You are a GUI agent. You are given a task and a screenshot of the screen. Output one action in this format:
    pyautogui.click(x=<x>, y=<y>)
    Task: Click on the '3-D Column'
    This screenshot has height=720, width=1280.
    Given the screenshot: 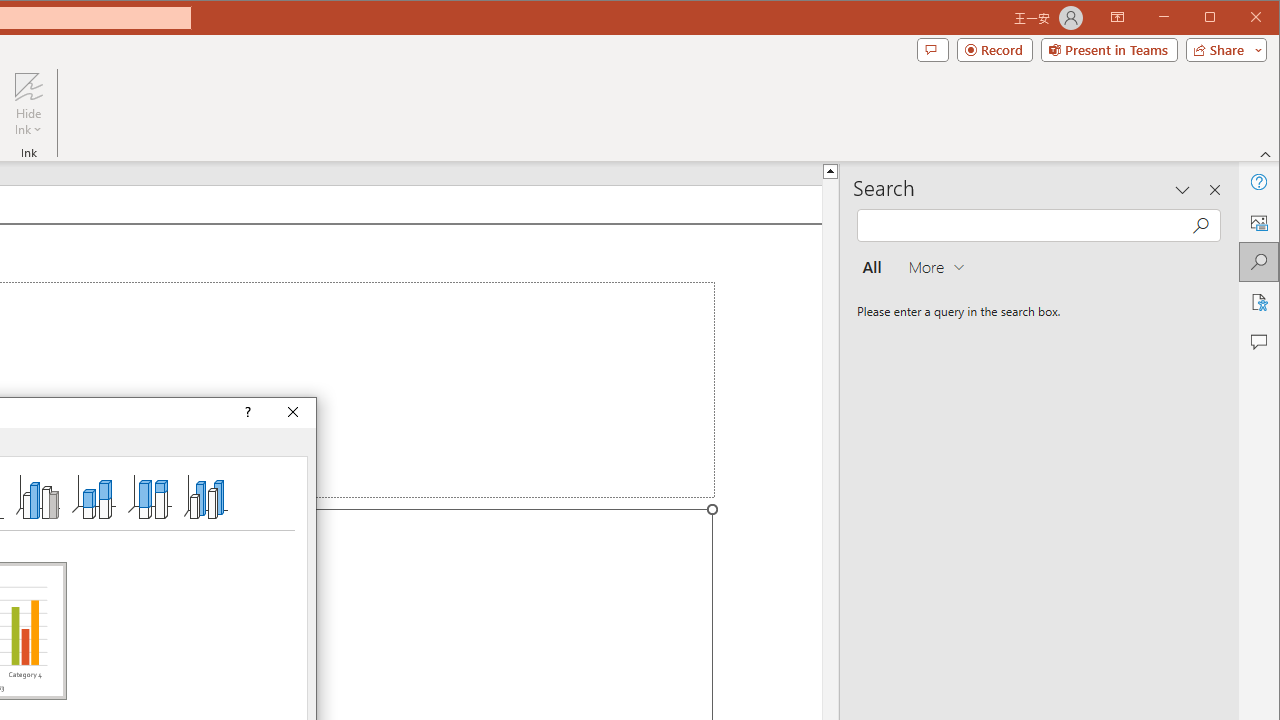 What is the action you would take?
    pyautogui.click(x=206, y=495)
    